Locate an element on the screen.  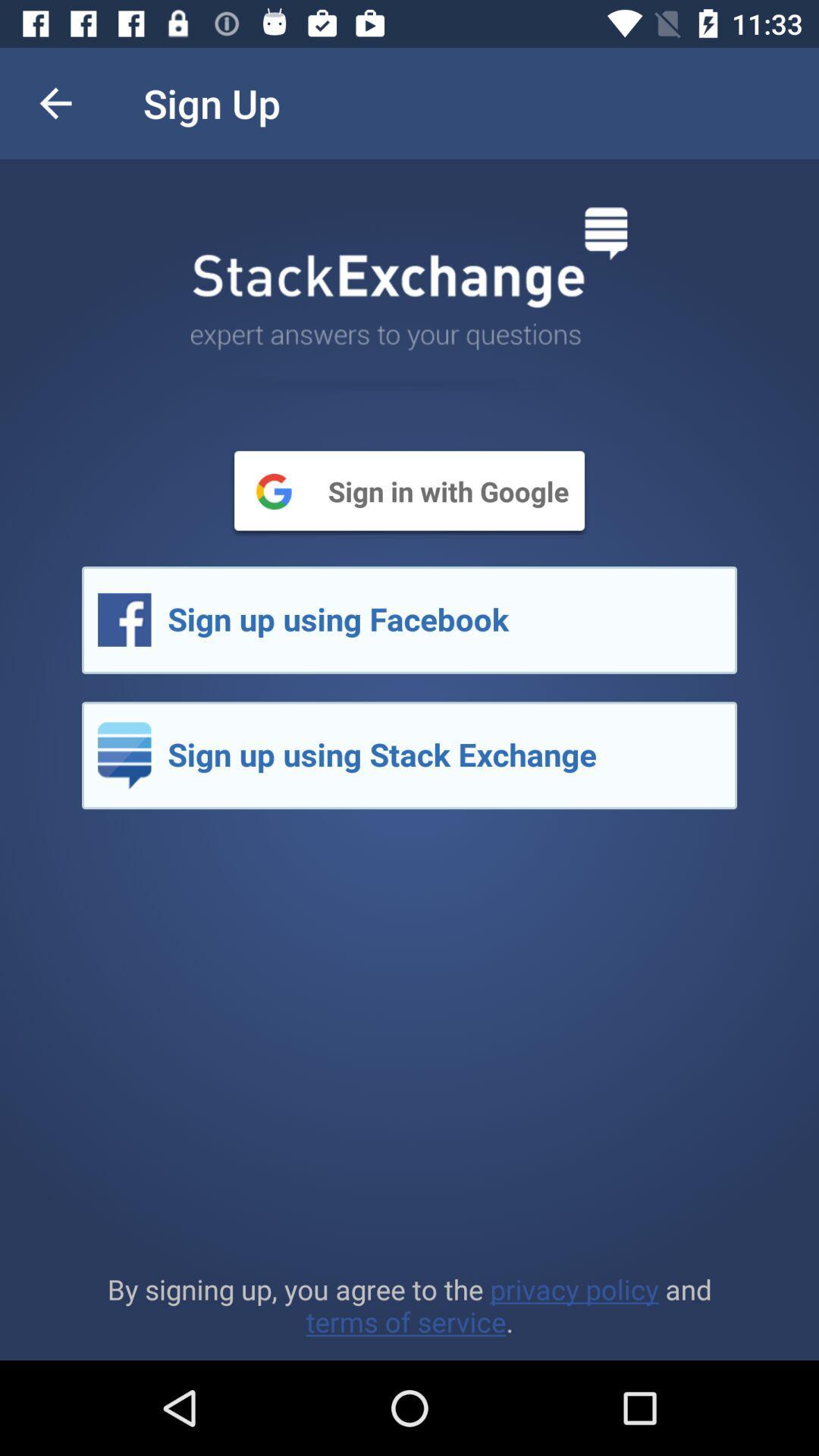
sign up with facebook is located at coordinates (409, 620).